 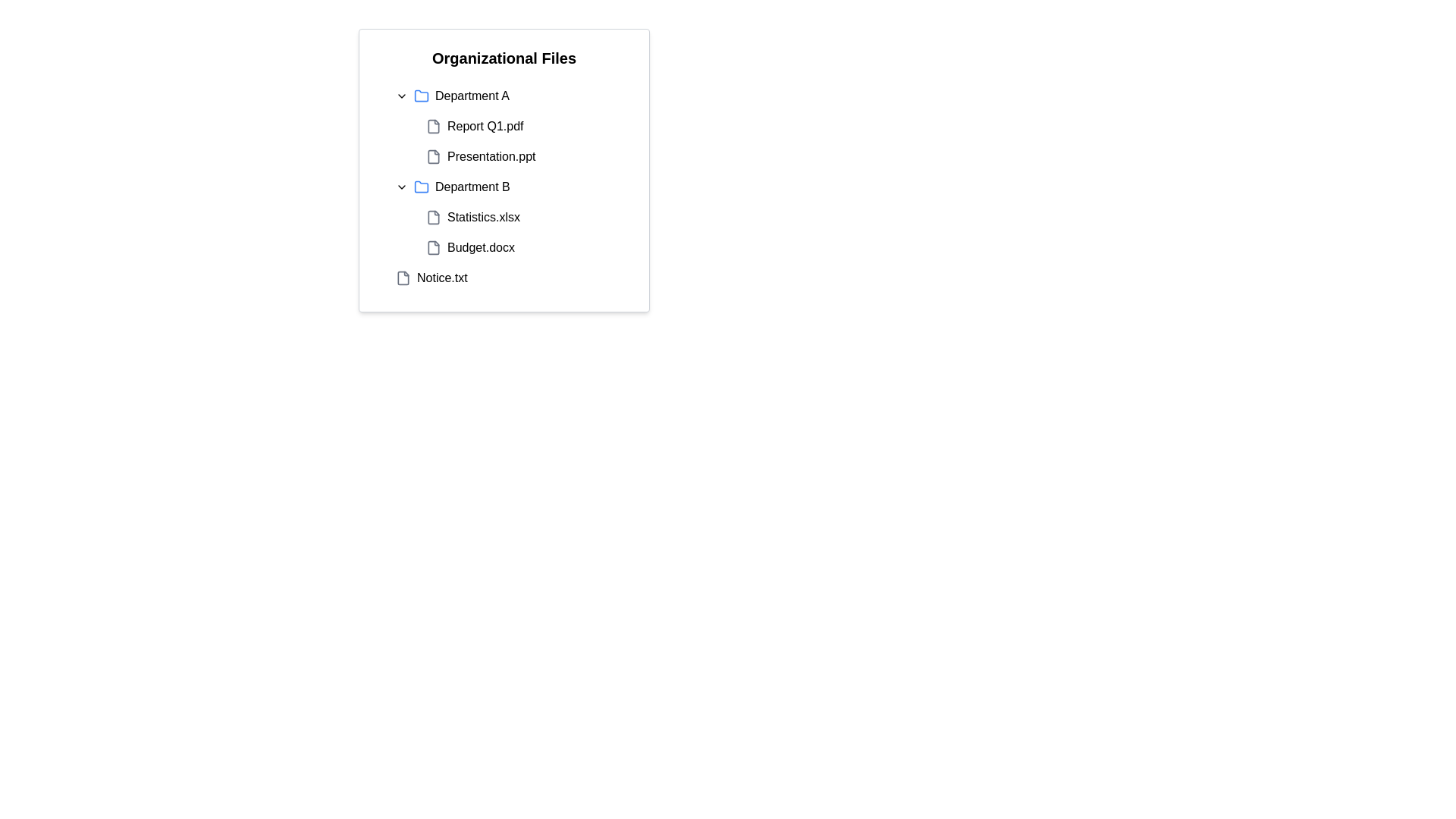 I want to click on the document icon next to 'Statistics.xlsx' in the 'Department B' section of the file list interface, so click(x=432, y=217).